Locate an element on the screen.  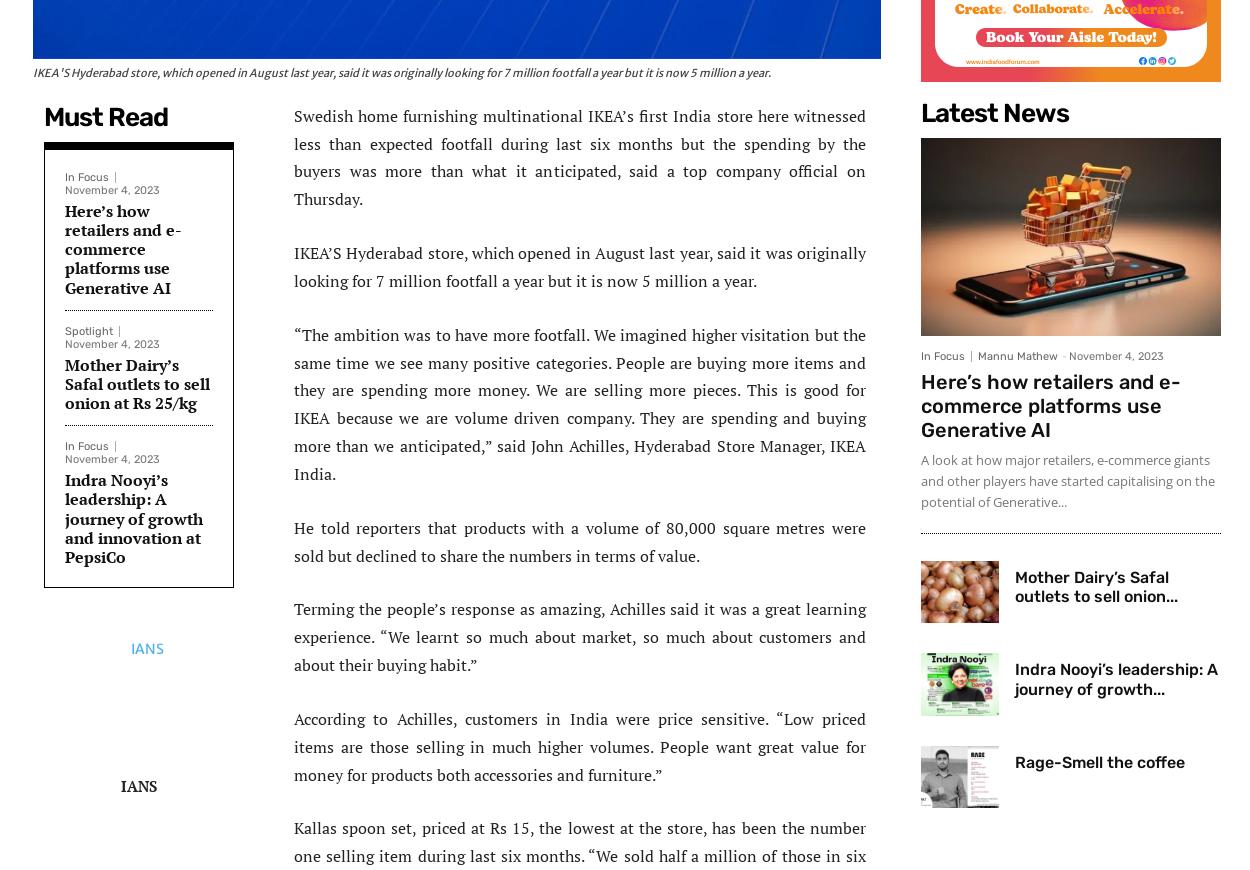
'Swedish home furnishing multinational IKEA’s first India store here witnessed less than expected footfall during last six months but the spending by the buyers was more than what it anticipated, said a top company official on Thursday.' is located at coordinates (294, 156).